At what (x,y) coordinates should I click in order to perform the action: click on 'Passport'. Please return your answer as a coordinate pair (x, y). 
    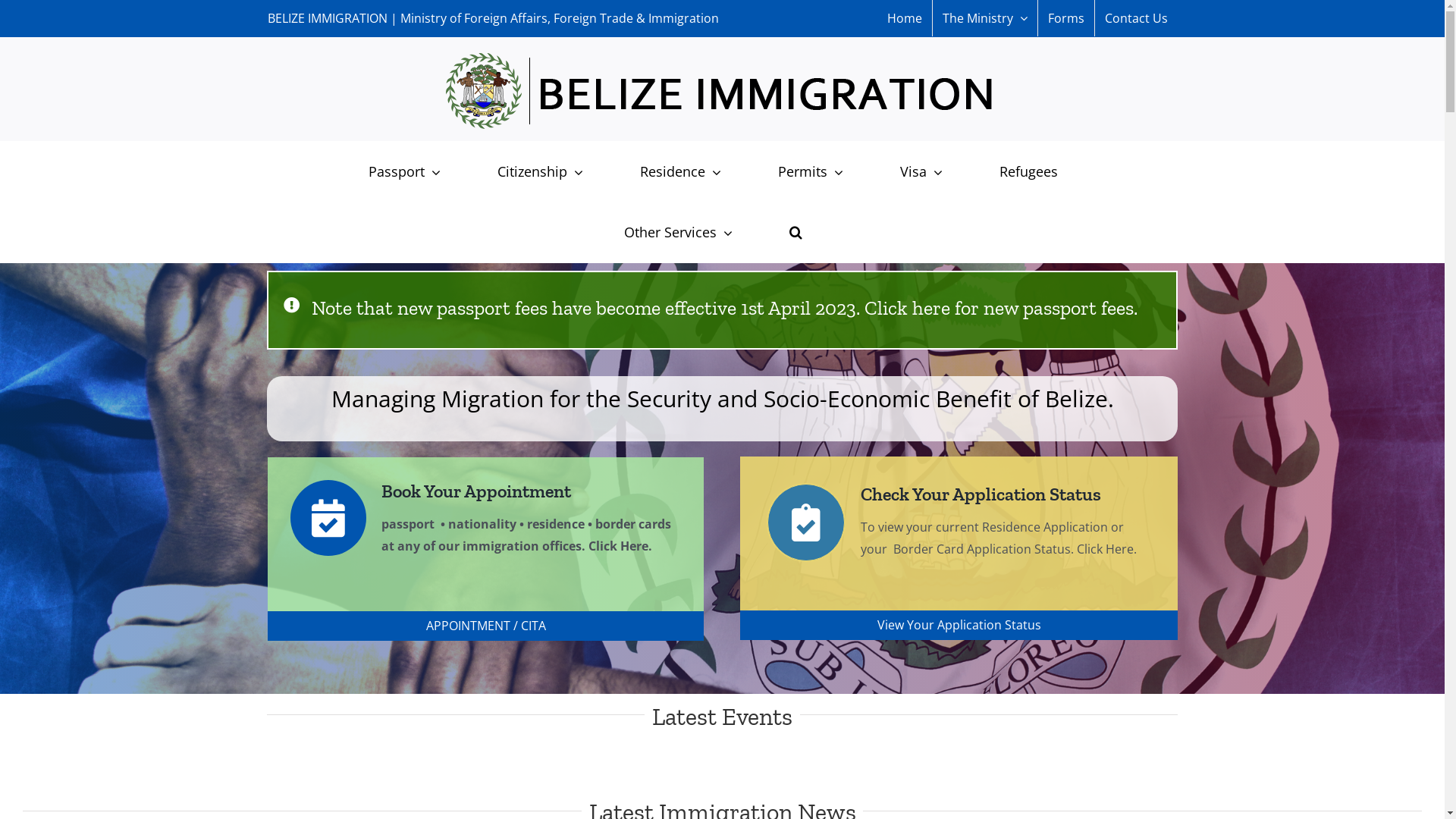
    Looking at the image, I should click on (403, 171).